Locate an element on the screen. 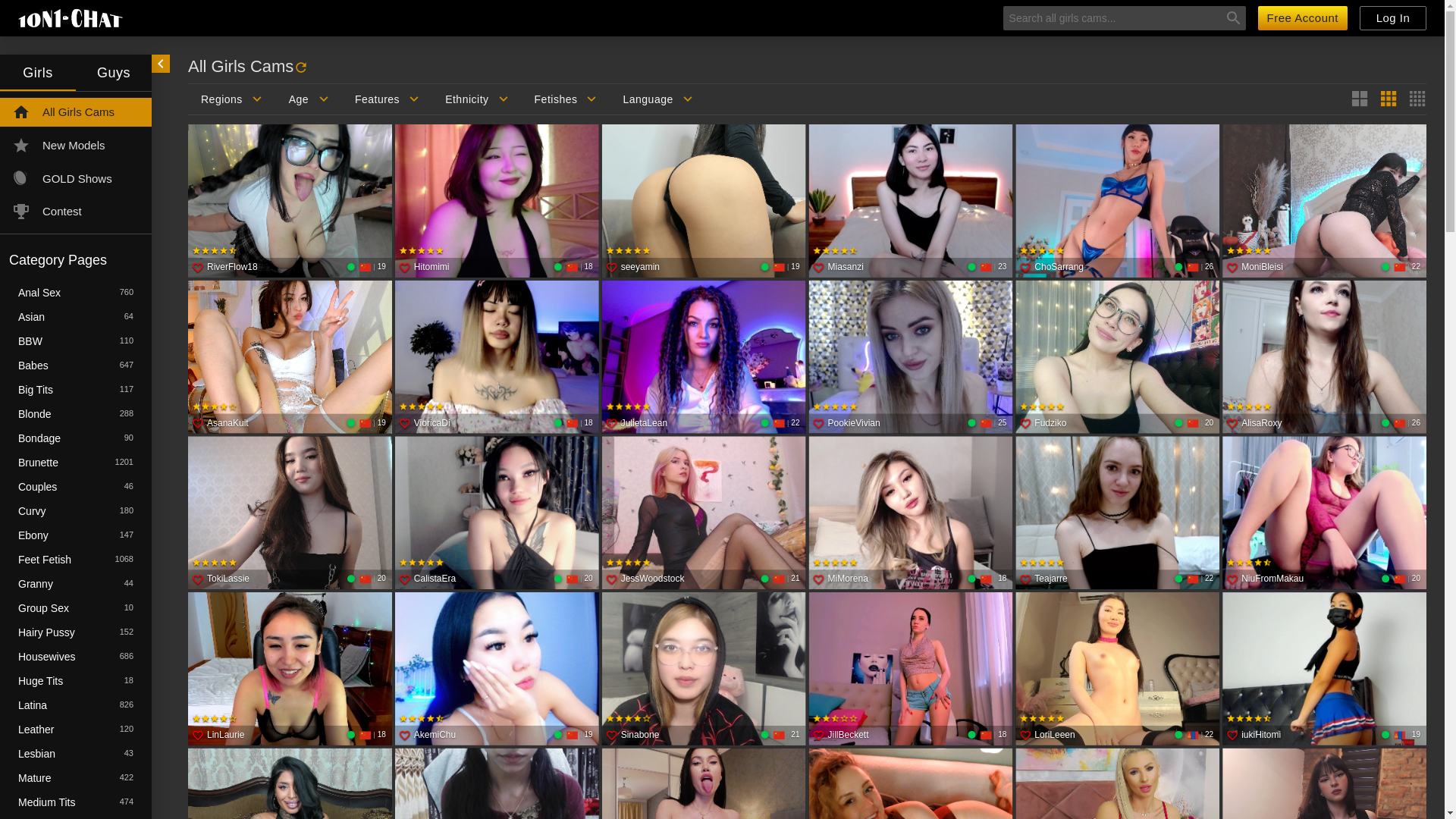 The height and width of the screenshot is (819, 1456). 'JulietaLean is located at coordinates (703, 358).